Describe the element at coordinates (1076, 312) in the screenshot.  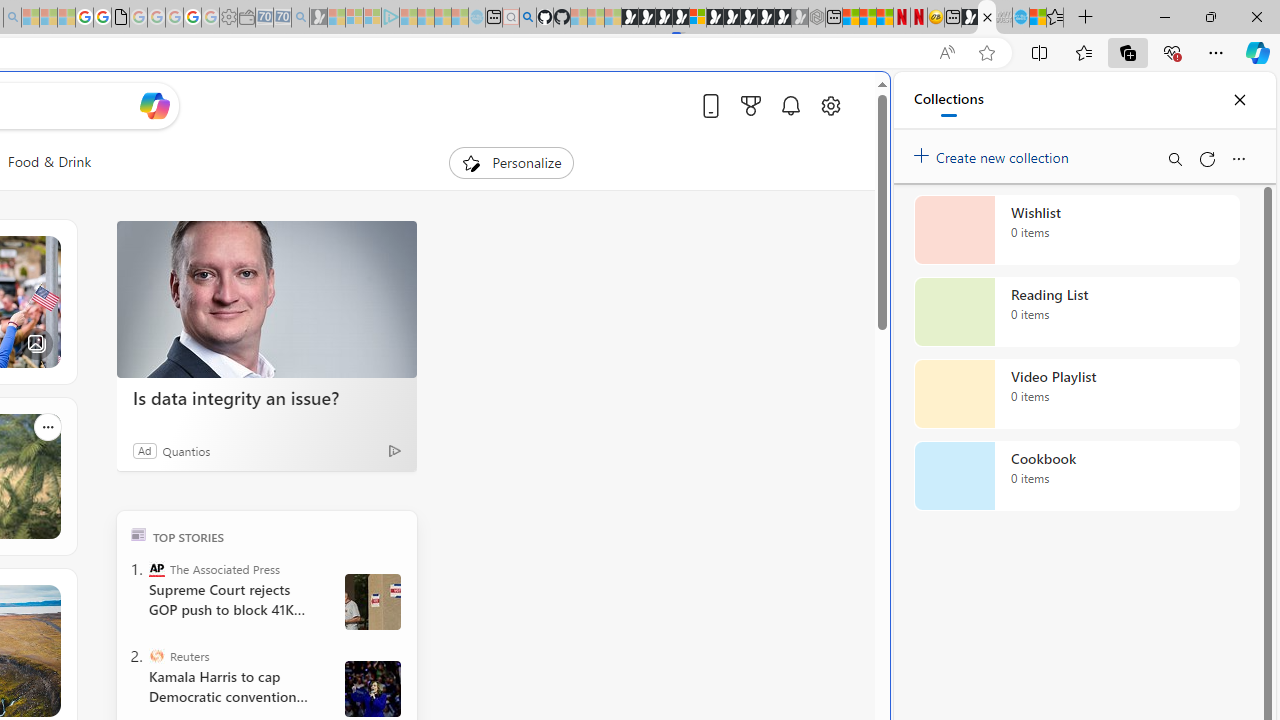
I see `'Reading List collection, 0 items'` at that location.